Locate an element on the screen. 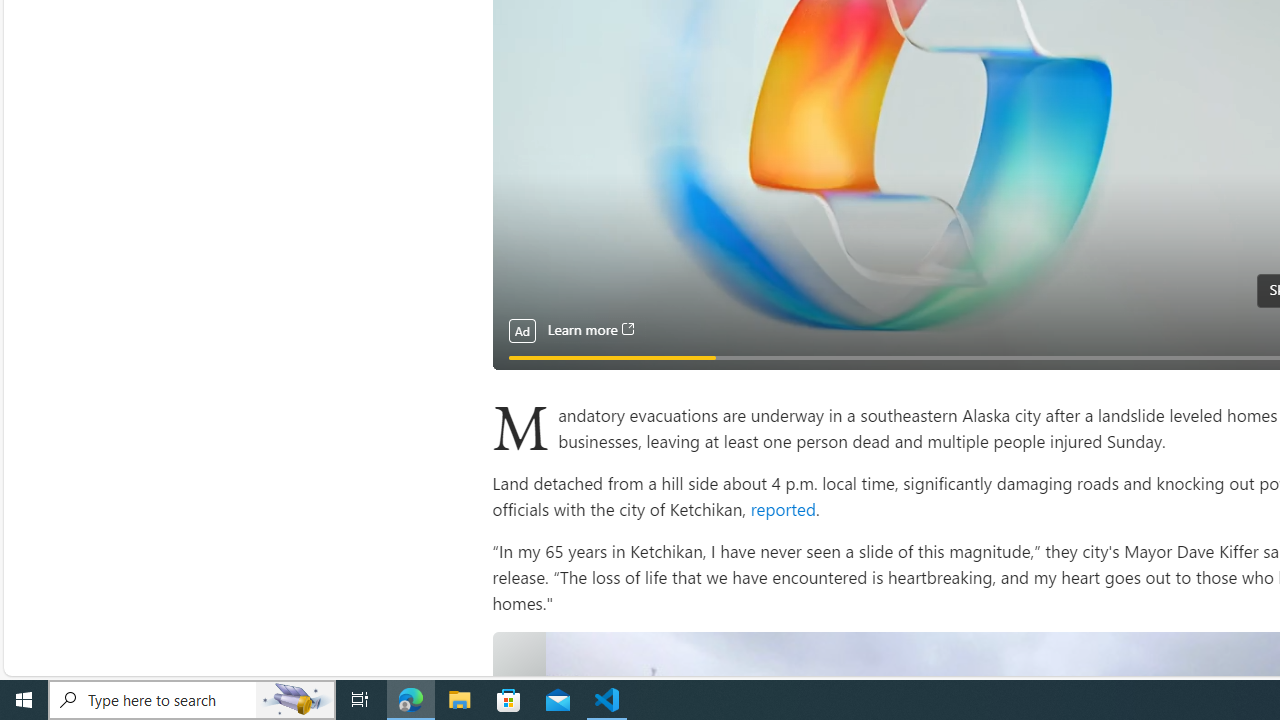 This screenshot has height=720, width=1280. 'Seek Back' is located at coordinates (560, 346).